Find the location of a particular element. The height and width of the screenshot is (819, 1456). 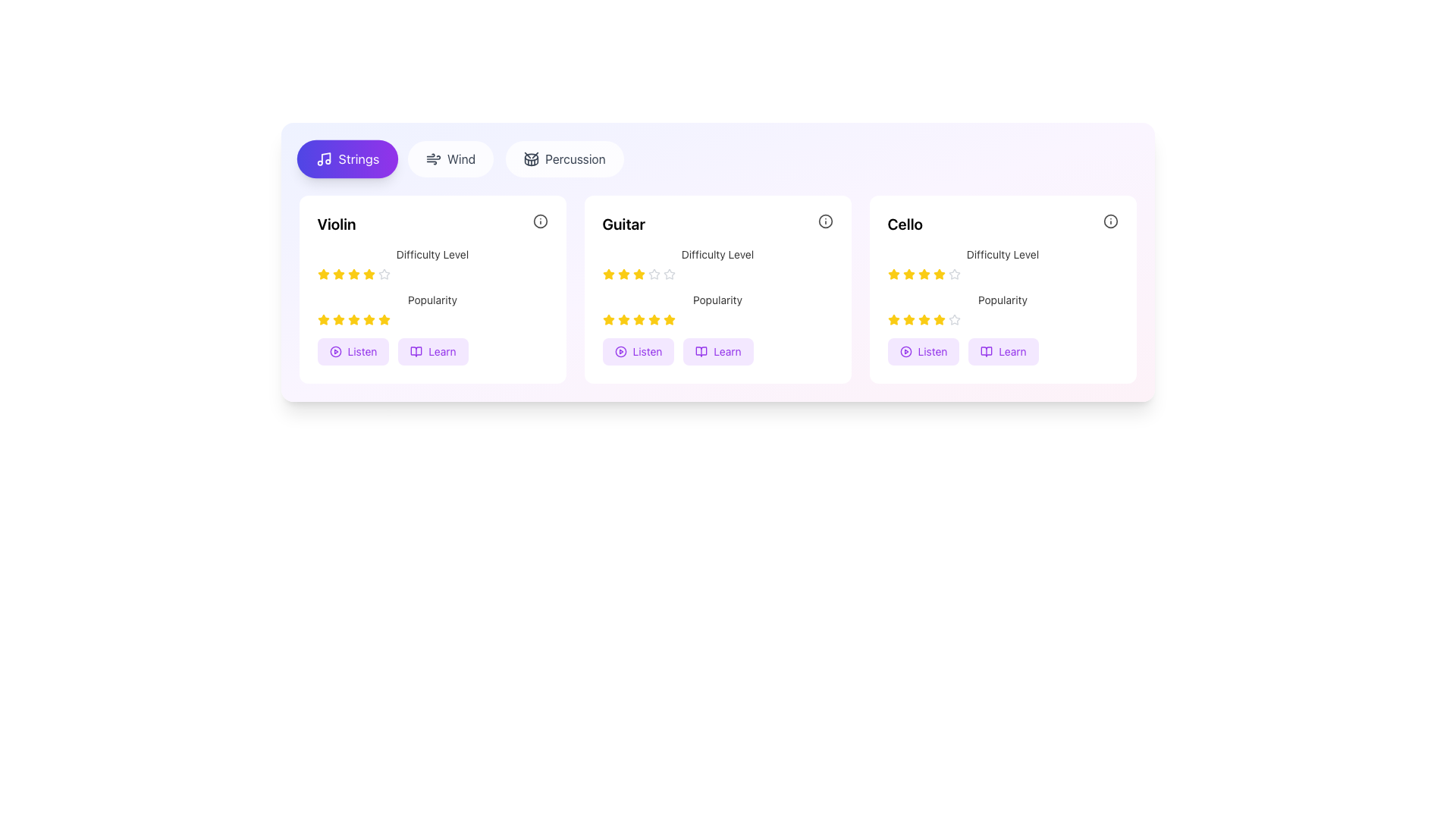

the 'Learn' text label styled in purple within the button of the second card (Guitar) located towards the bottom-right corner next to the 'Listen' button is located at coordinates (726, 351).